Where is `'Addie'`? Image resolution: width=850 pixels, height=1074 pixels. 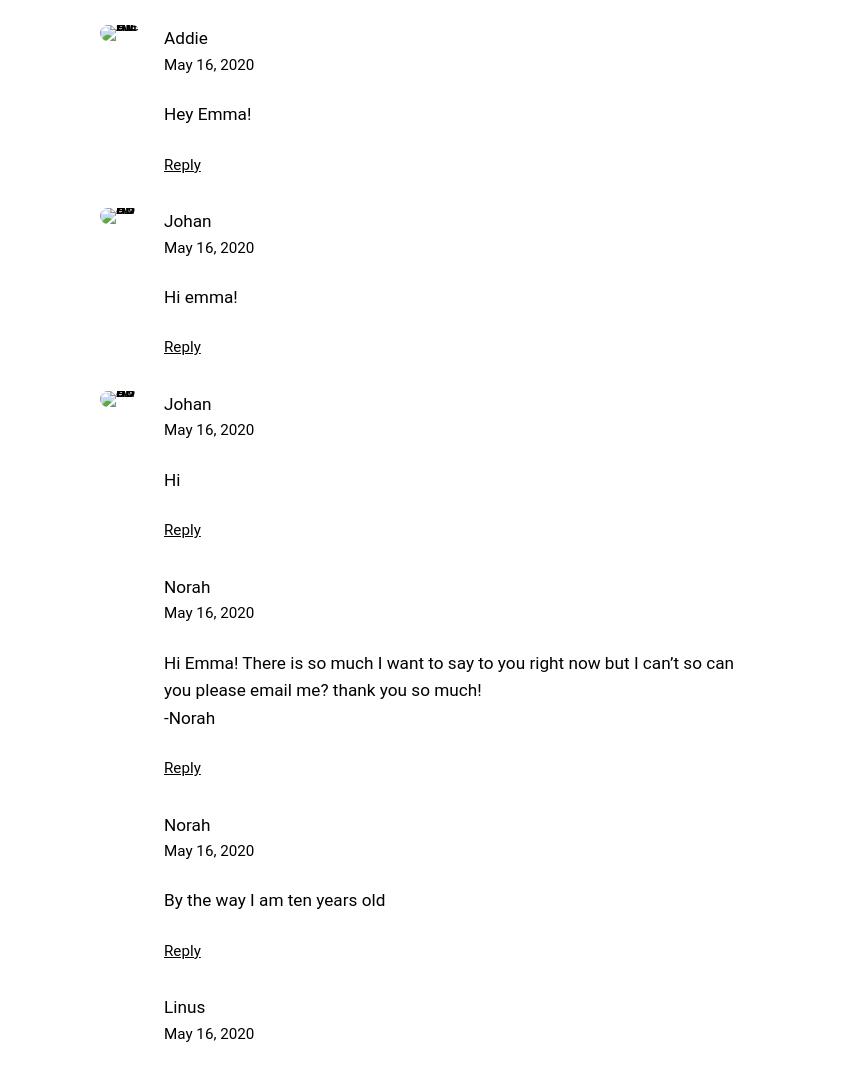
'Addie' is located at coordinates (184, 37).